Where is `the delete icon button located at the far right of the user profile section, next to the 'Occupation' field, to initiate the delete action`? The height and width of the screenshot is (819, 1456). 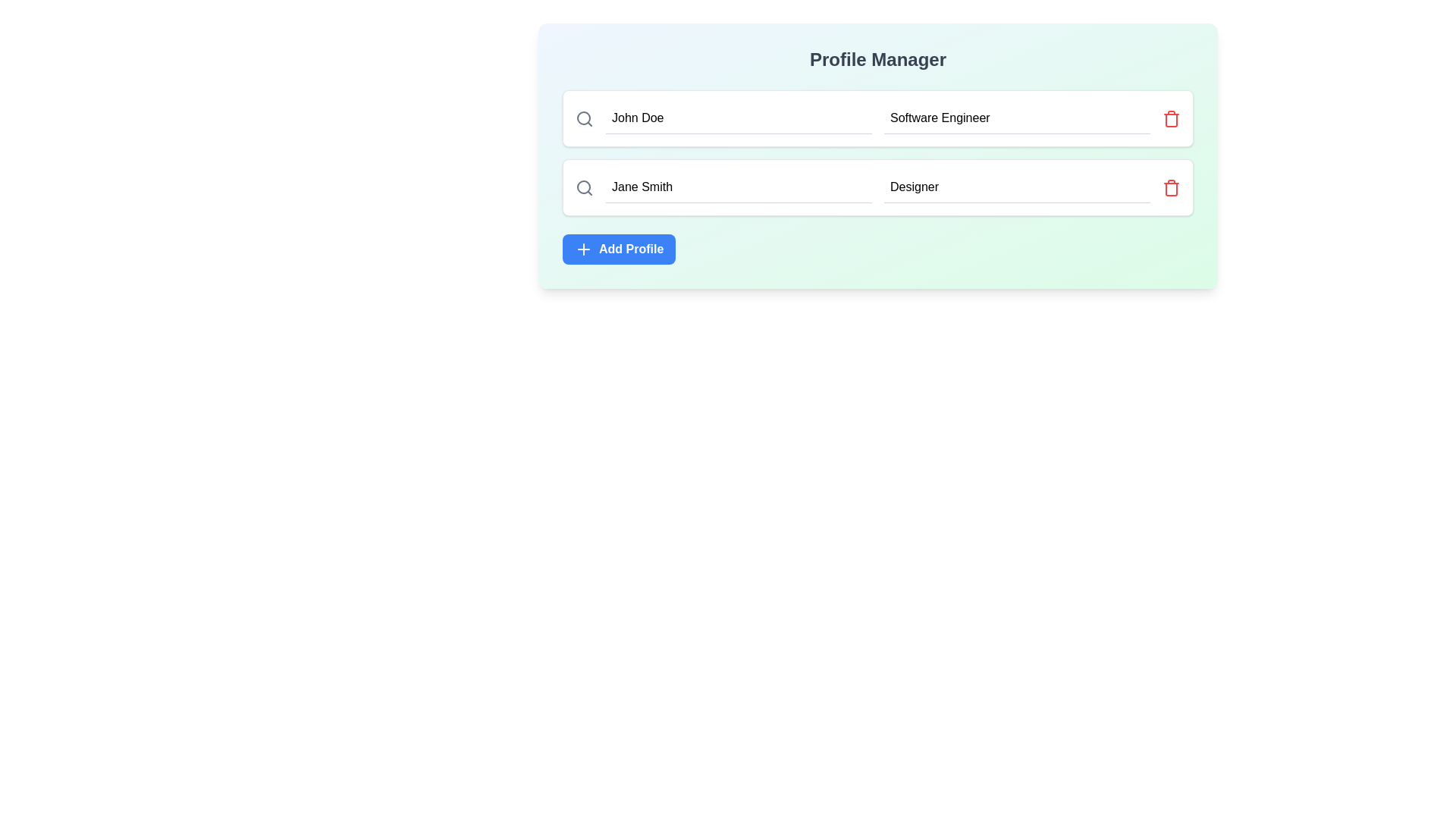 the delete icon button located at the far right of the user profile section, next to the 'Occupation' field, to initiate the delete action is located at coordinates (1171, 118).